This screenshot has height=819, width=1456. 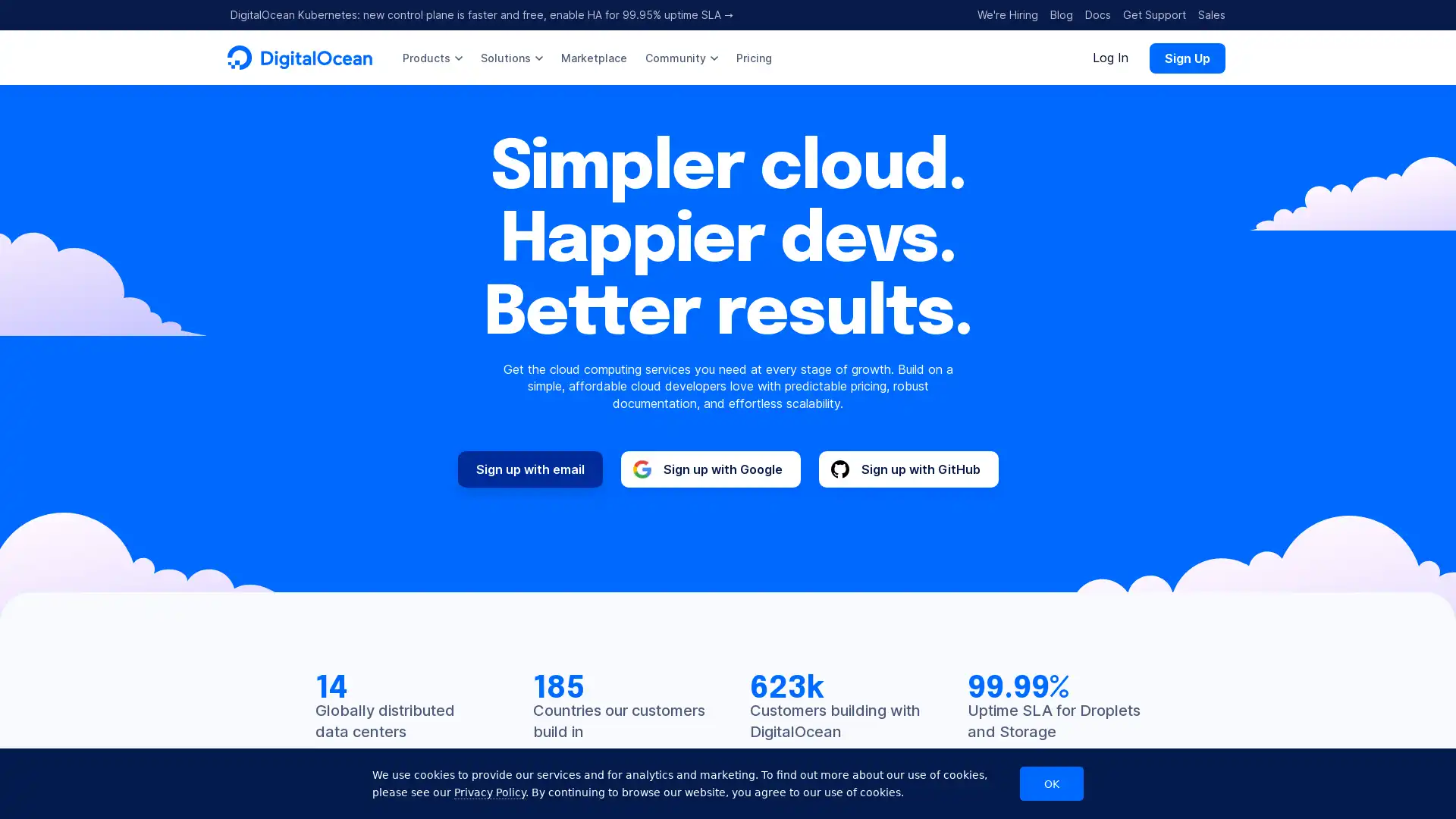 I want to click on OK, so click(x=1051, y=783).